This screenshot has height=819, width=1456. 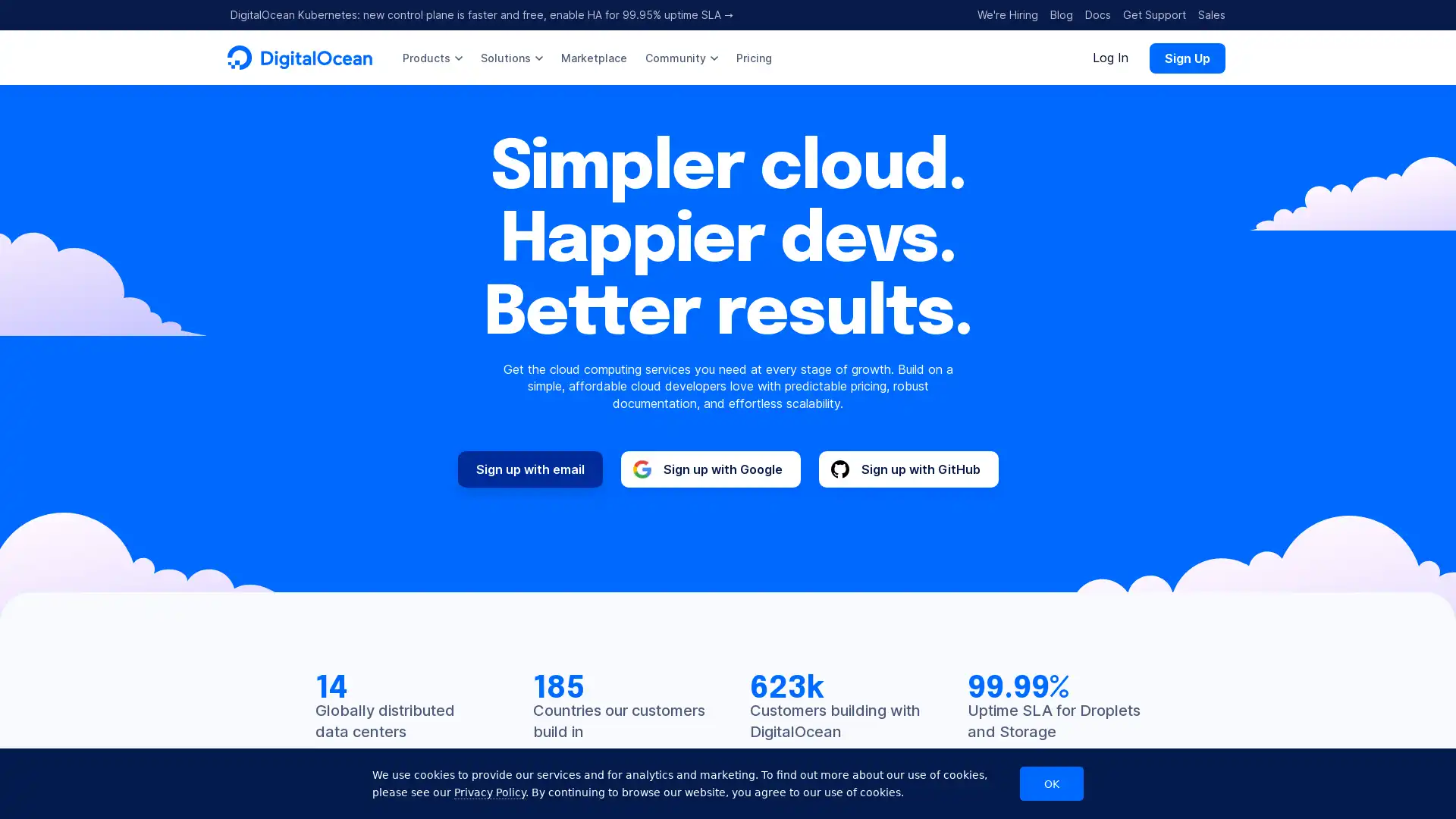 I want to click on OK, so click(x=1051, y=783).